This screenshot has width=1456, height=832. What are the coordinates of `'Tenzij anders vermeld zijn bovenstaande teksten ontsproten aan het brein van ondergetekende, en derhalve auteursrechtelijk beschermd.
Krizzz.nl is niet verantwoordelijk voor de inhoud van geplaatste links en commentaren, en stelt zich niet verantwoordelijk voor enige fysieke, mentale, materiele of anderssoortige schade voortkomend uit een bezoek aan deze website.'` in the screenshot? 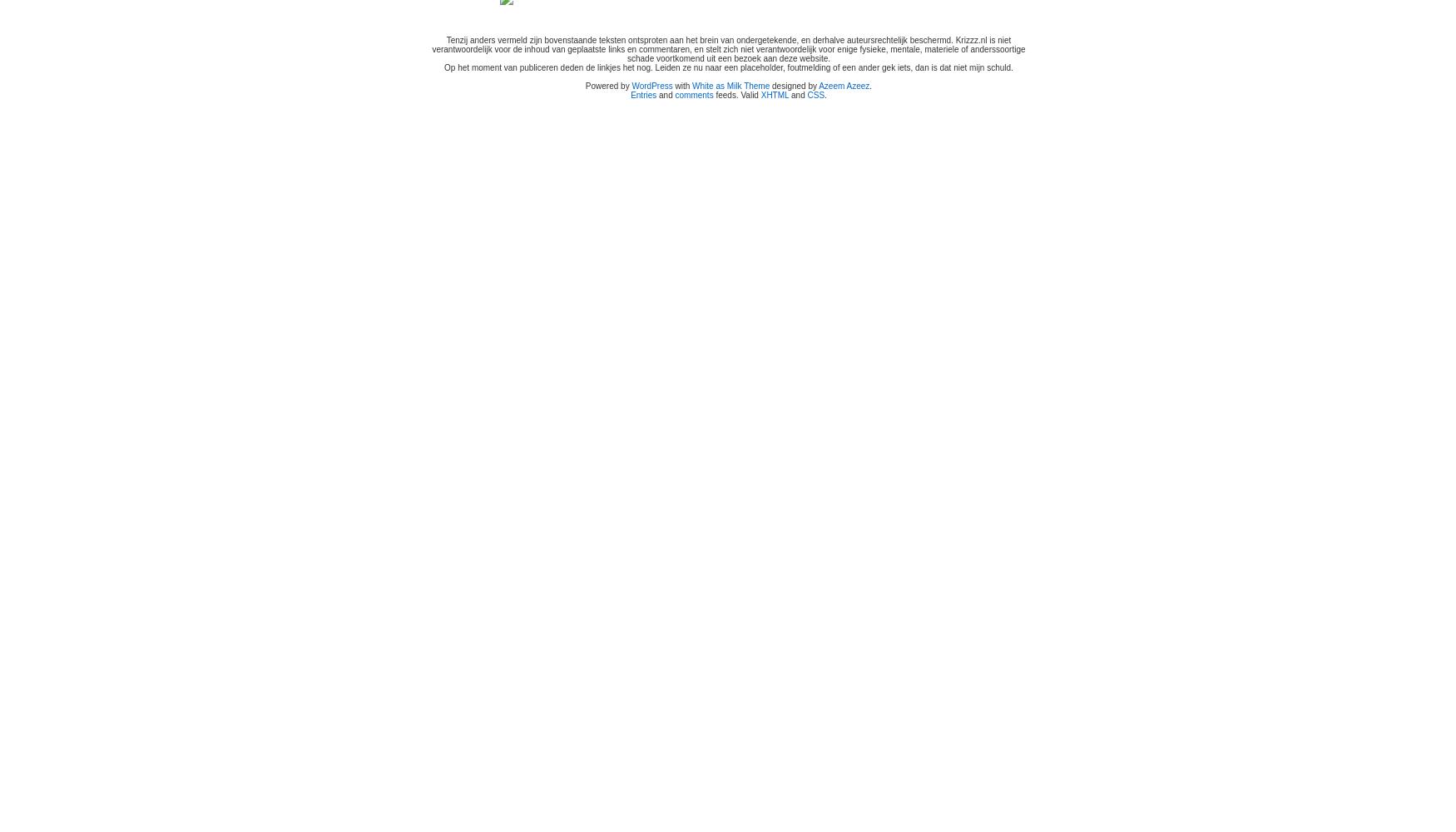 It's located at (728, 49).